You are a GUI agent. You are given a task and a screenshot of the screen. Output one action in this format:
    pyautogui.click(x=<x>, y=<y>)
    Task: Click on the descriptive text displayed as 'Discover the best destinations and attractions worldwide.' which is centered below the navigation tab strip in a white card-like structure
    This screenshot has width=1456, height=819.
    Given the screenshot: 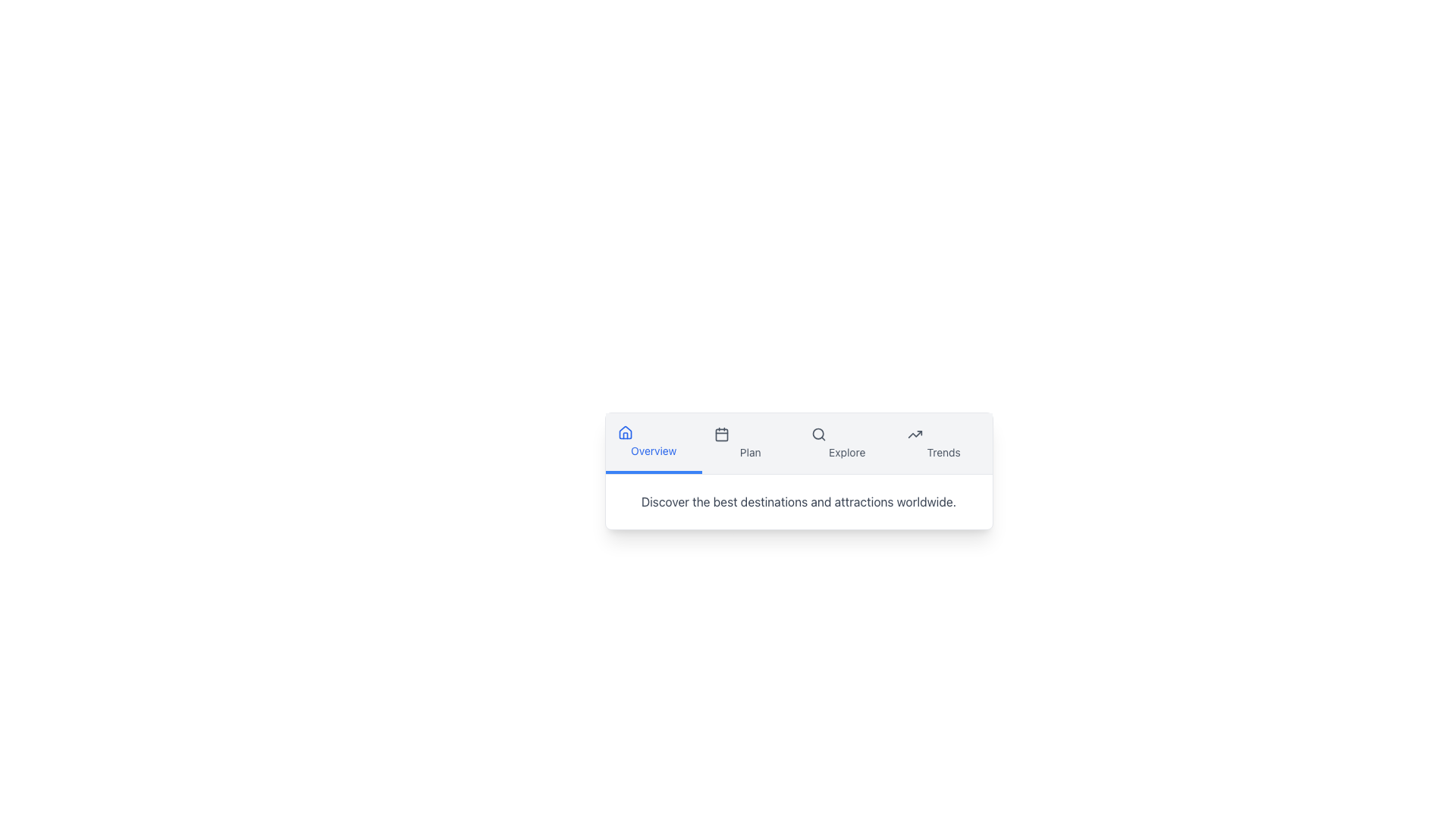 What is the action you would take?
    pyautogui.click(x=798, y=502)
    